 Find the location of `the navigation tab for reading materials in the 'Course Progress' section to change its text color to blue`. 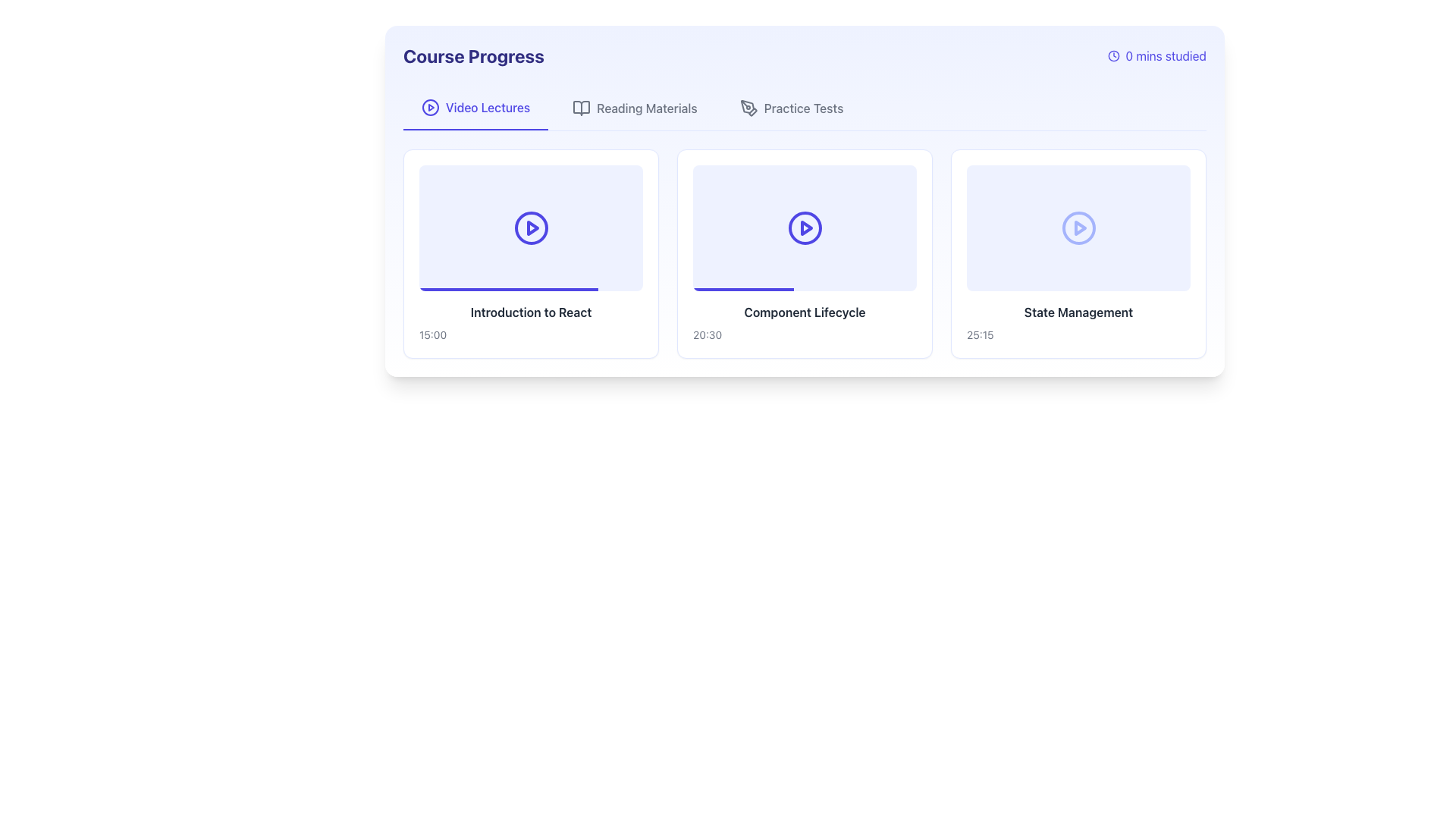

the navigation tab for reading materials in the 'Course Progress' section to change its text color to blue is located at coordinates (635, 107).